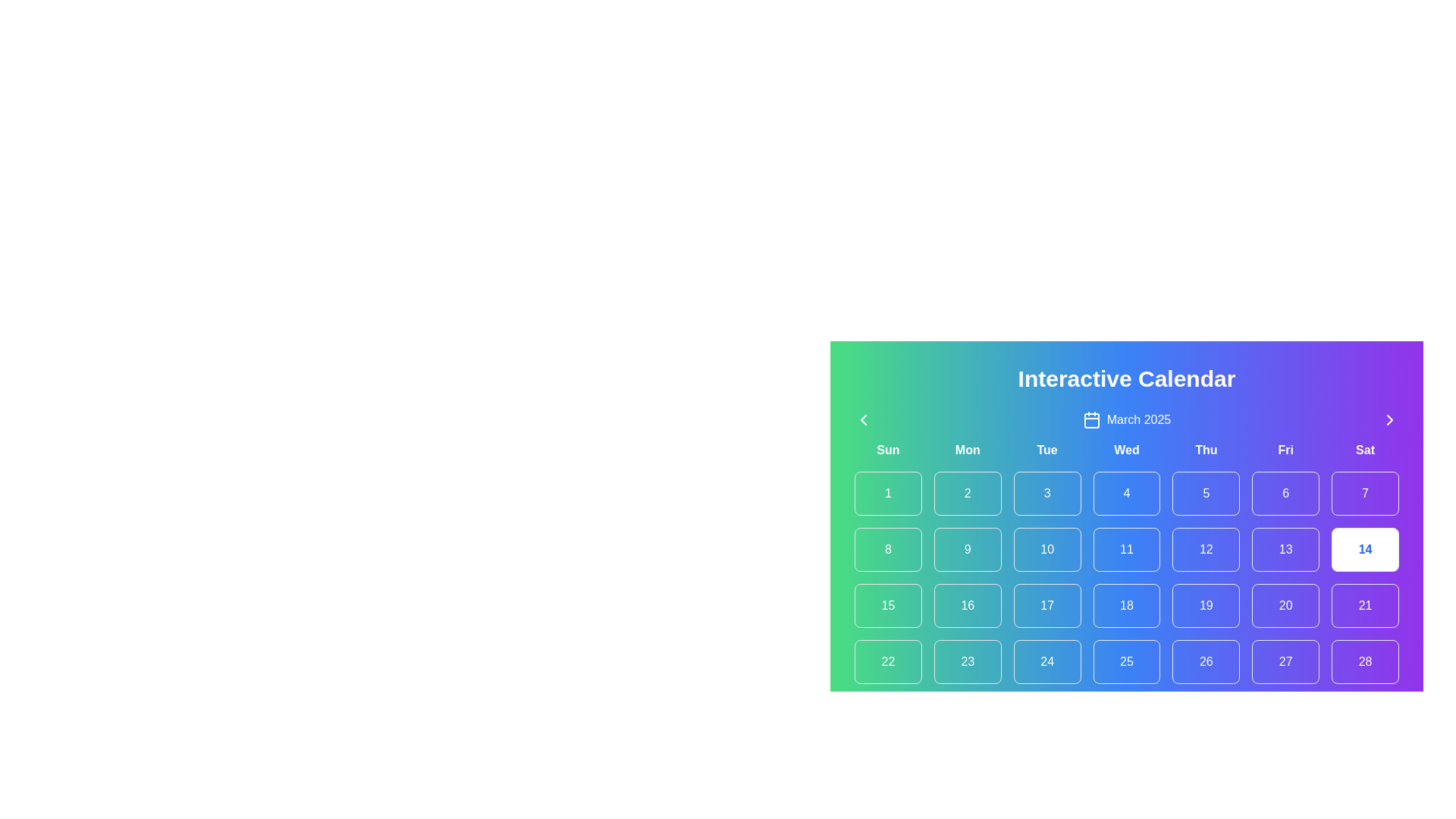 This screenshot has width=1456, height=819. Describe the element at coordinates (888, 550) in the screenshot. I see `the Calendar Date Tile displaying the number '8' in the second row under the 'Sun' column` at that location.